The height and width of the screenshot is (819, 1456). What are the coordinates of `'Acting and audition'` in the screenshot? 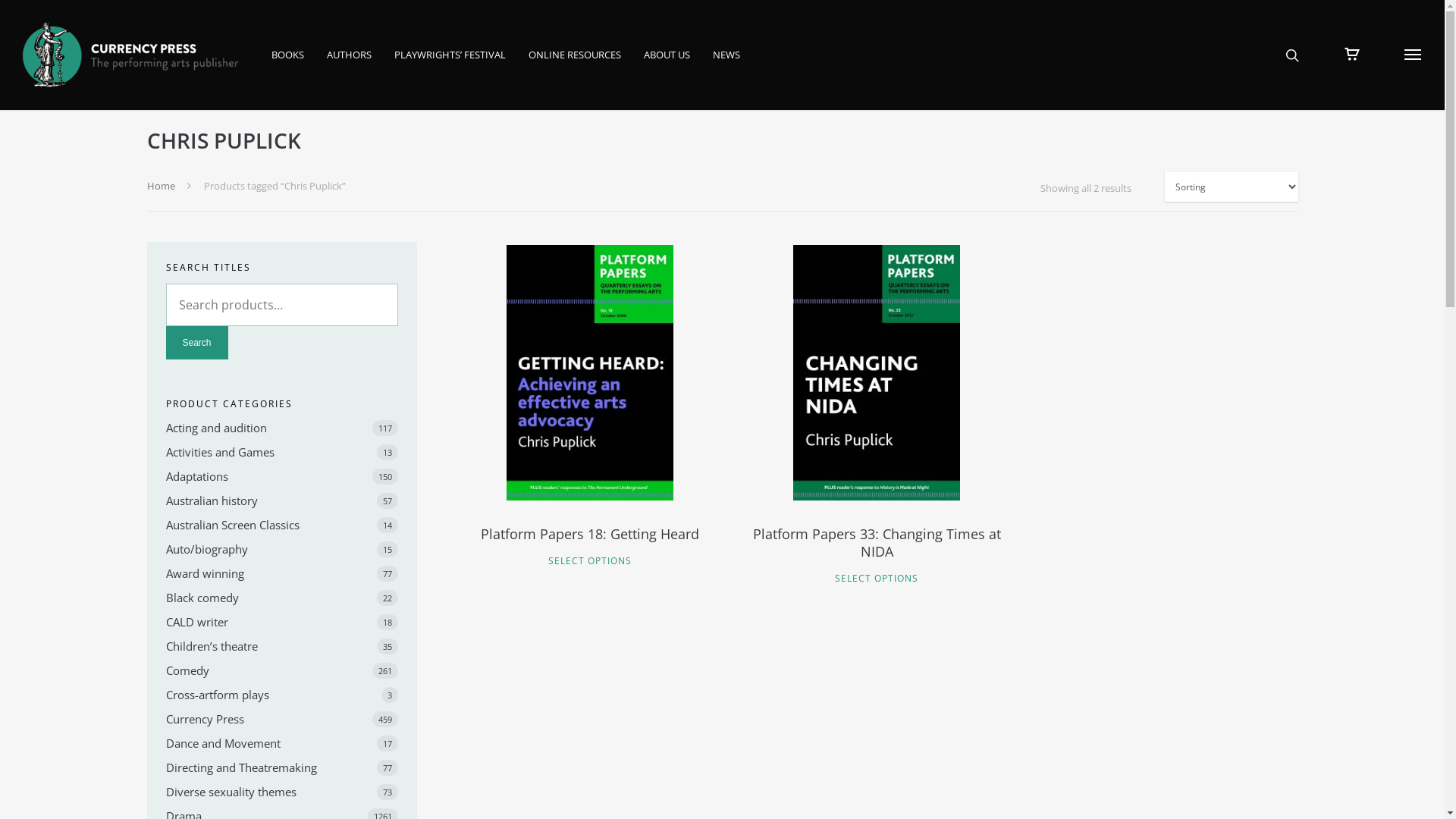 It's located at (281, 427).